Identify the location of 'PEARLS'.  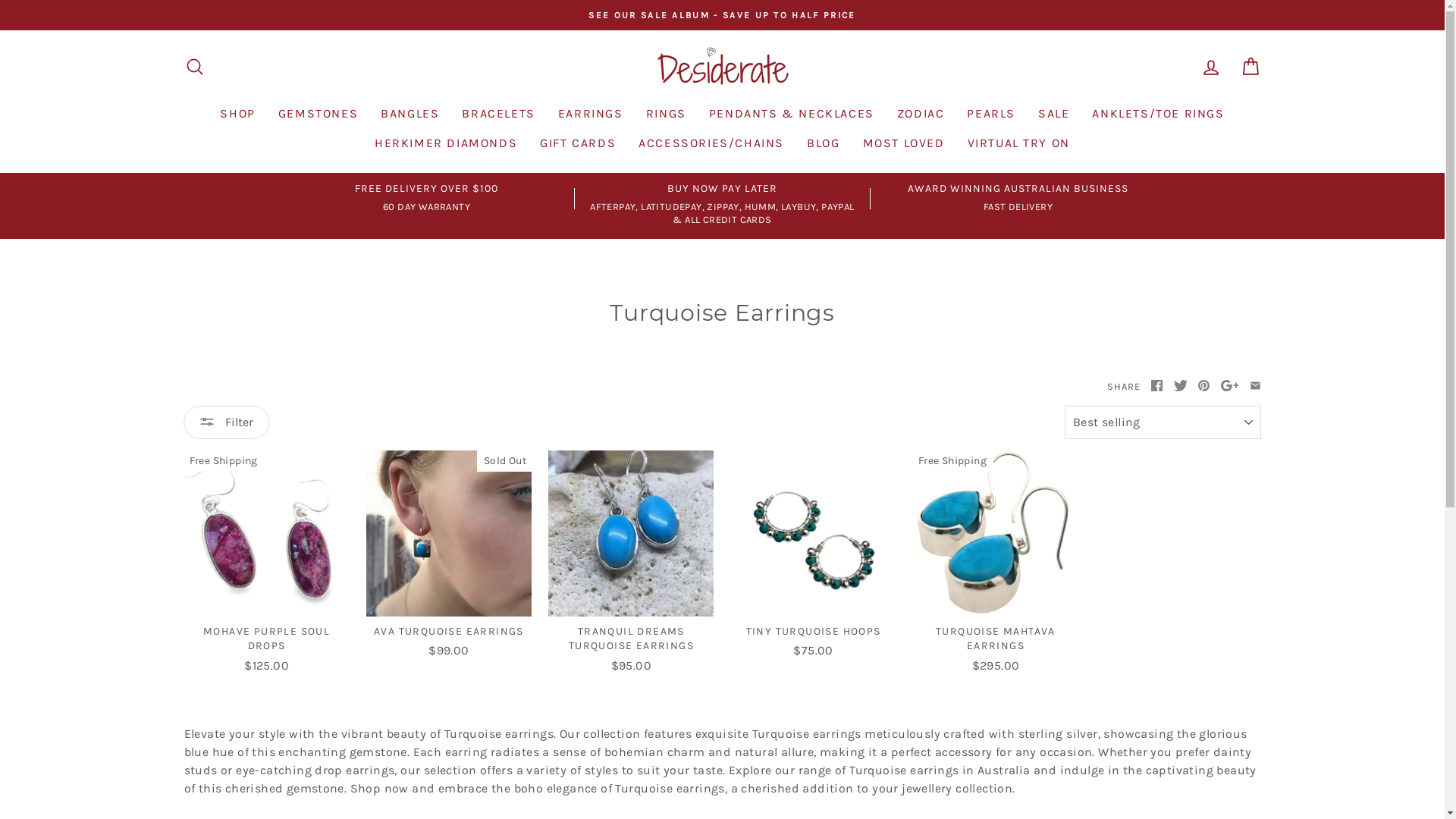
(990, 112).